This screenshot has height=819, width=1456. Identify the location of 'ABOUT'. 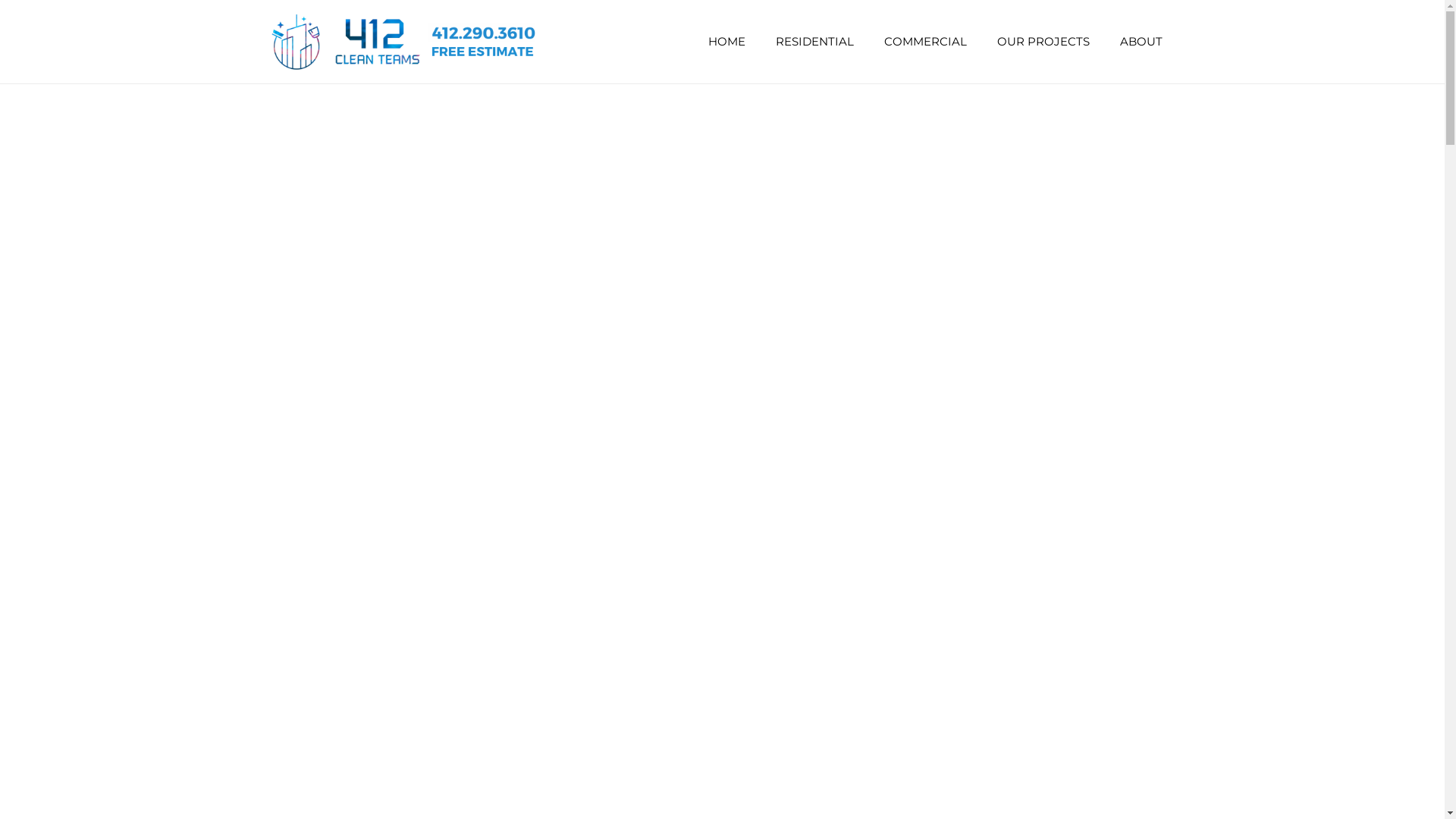
(1141, 40).